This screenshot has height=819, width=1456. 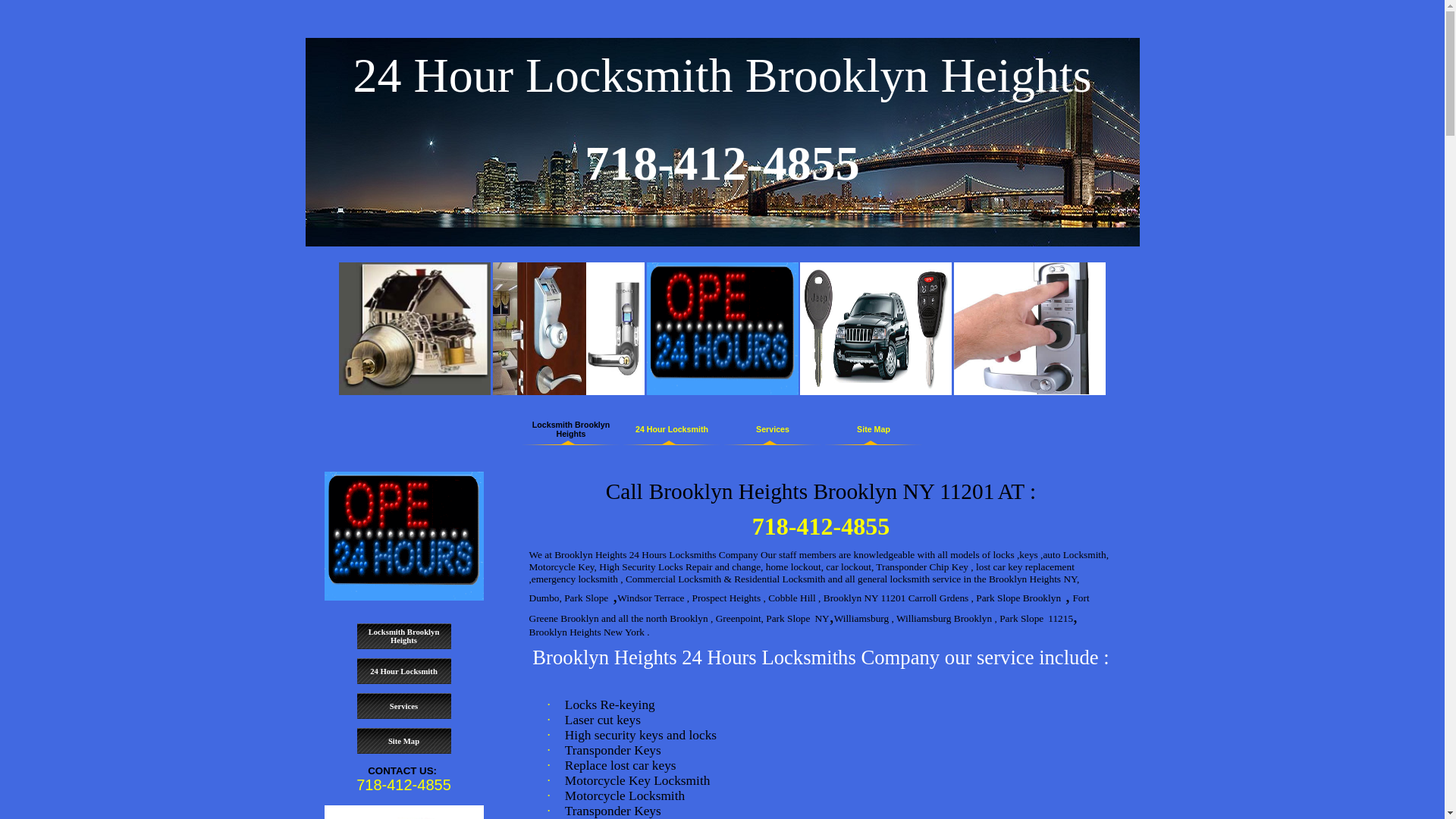 What do you see at coordinates (874, 429) in the screenshot?
I see `'Site Map'` at bounding box center [874, 429].